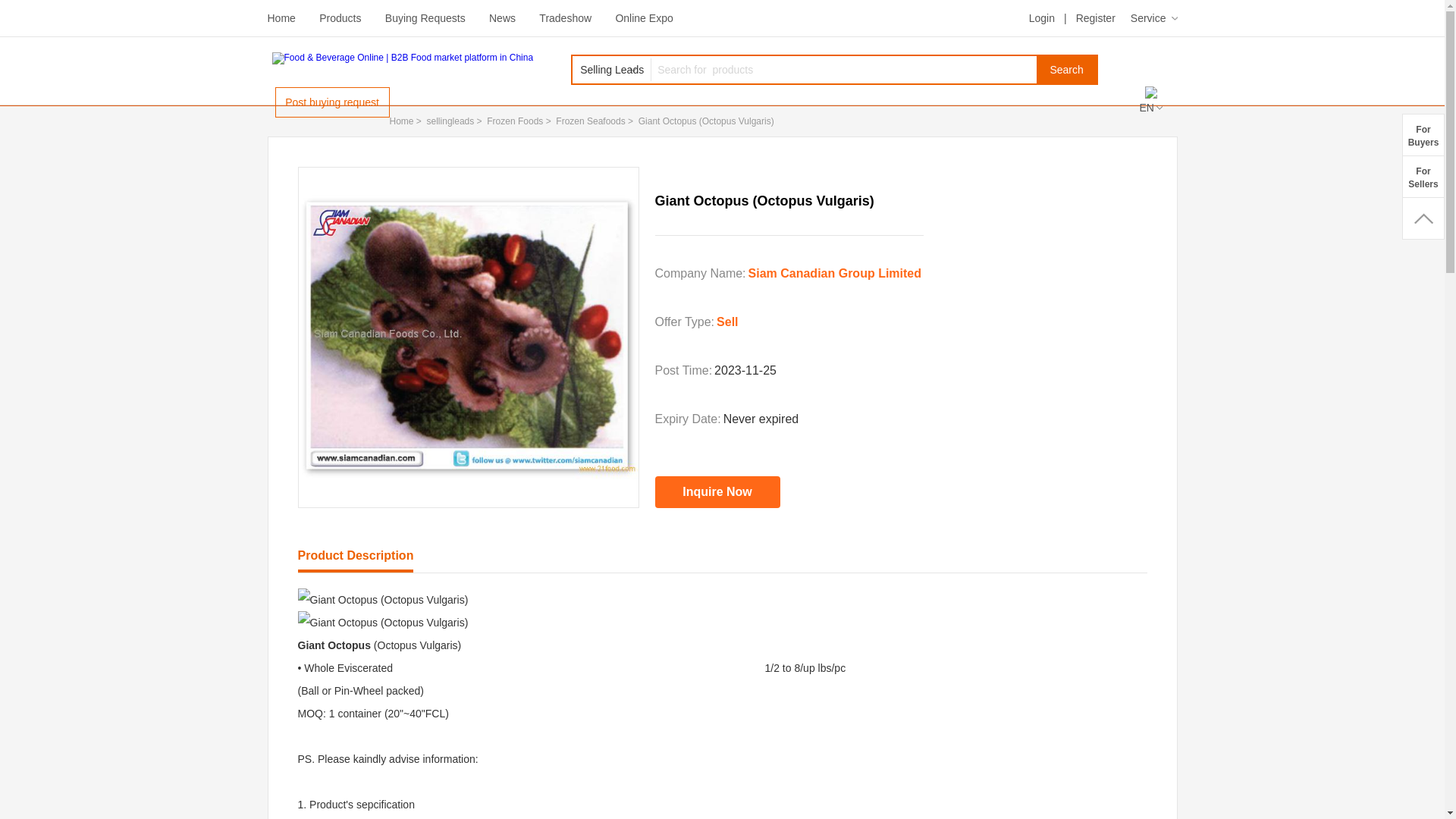 The width and height of the screenshot is (1456, 819). I want to click on 'Products', so click(339, 17).